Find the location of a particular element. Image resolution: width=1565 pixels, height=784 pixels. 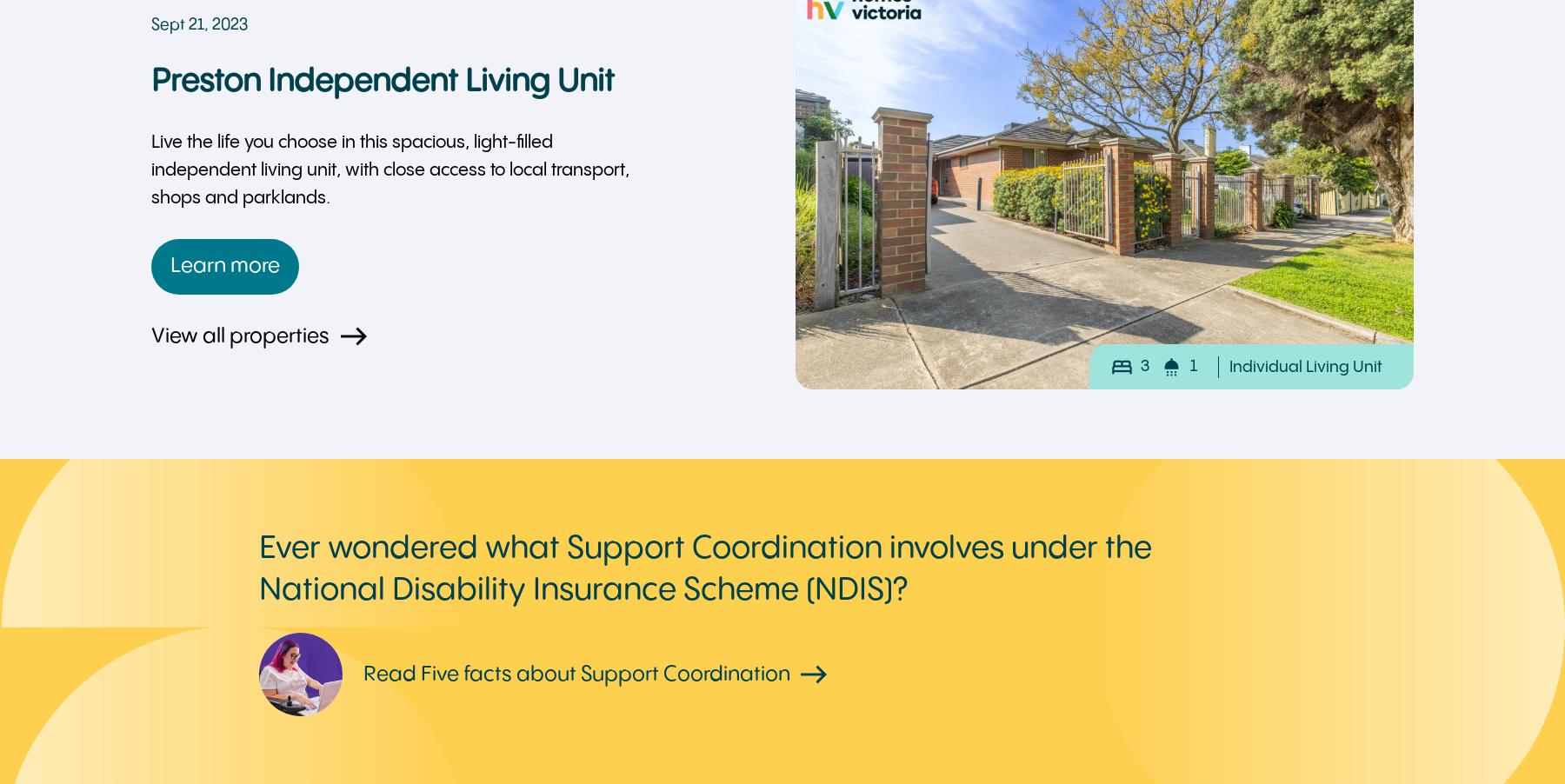

'Preston Independent Living Unit' is located at coordinates (383, 82).